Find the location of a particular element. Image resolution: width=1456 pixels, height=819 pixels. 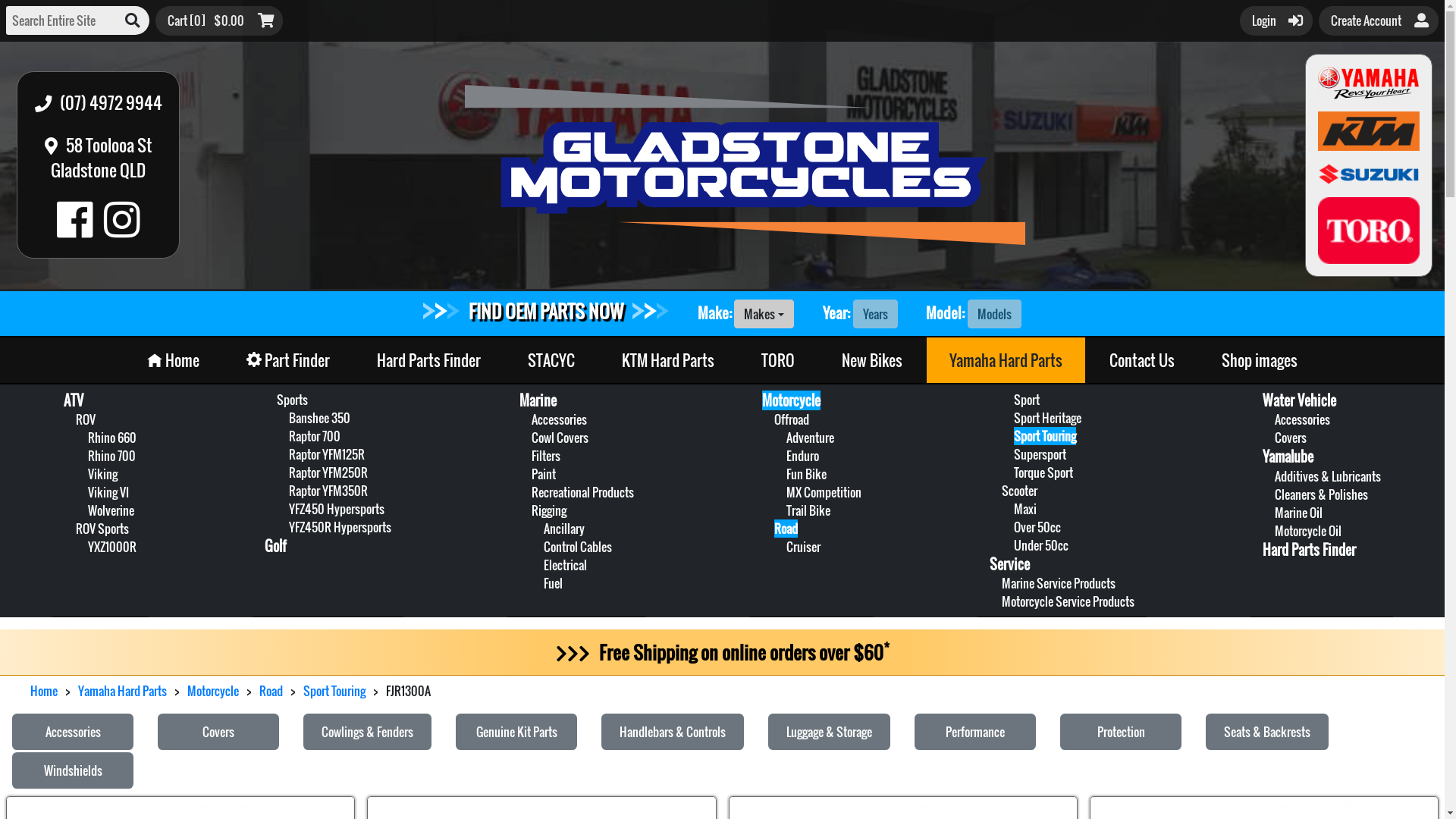

'ROV Sports' is located at coordinates (75, 528).